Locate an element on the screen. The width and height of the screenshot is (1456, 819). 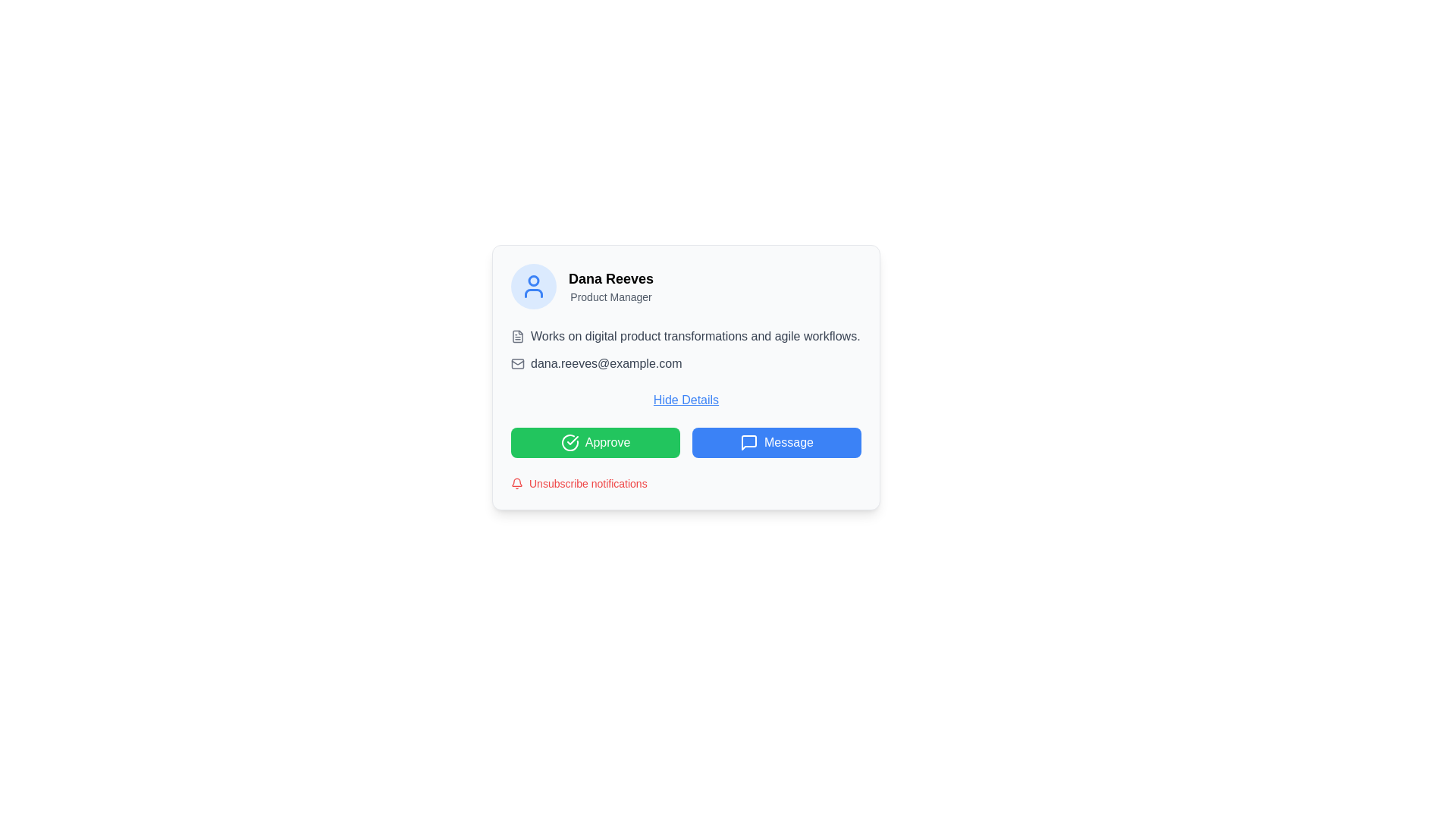
the chat bubble-shaped icon, which is a minimalistic line drawing positioned to the left of the 'Message' button at the bottom right of the card component is located at coordinates (749, 442).